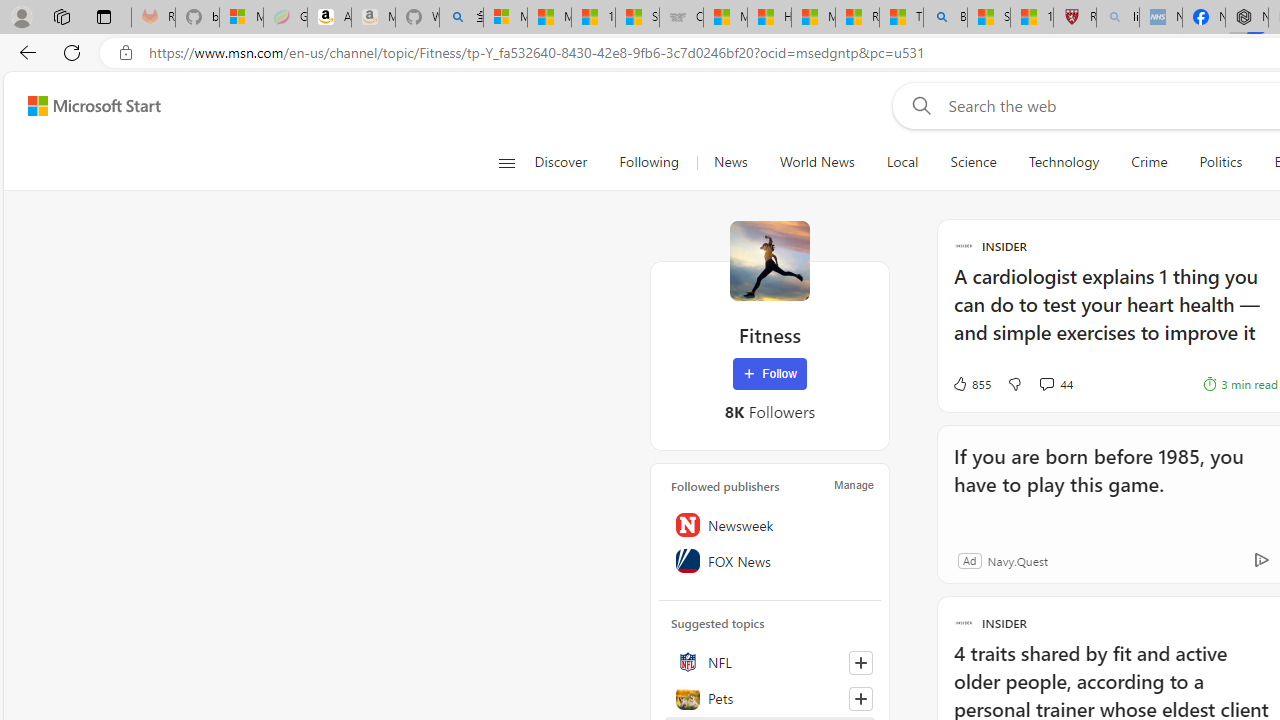  I want to click on 'Politics', so click(1220, 162).